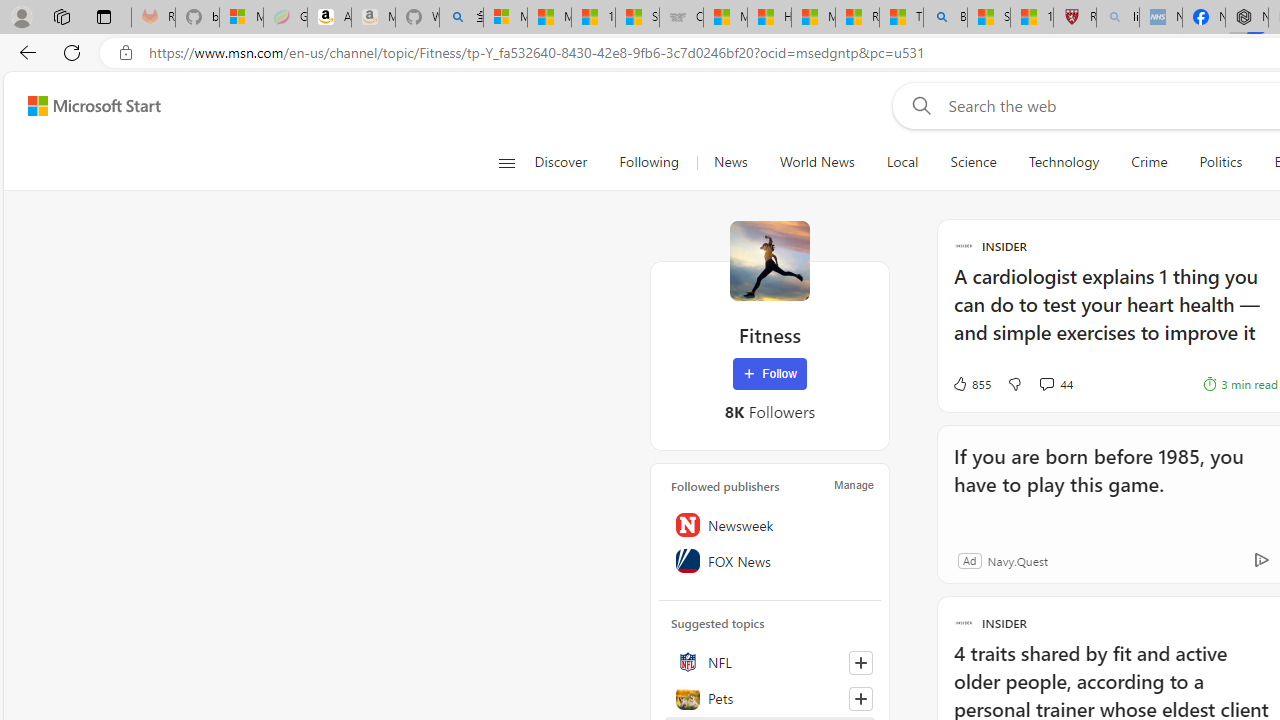  I want to click on 'Politics', so click(1220, 162).